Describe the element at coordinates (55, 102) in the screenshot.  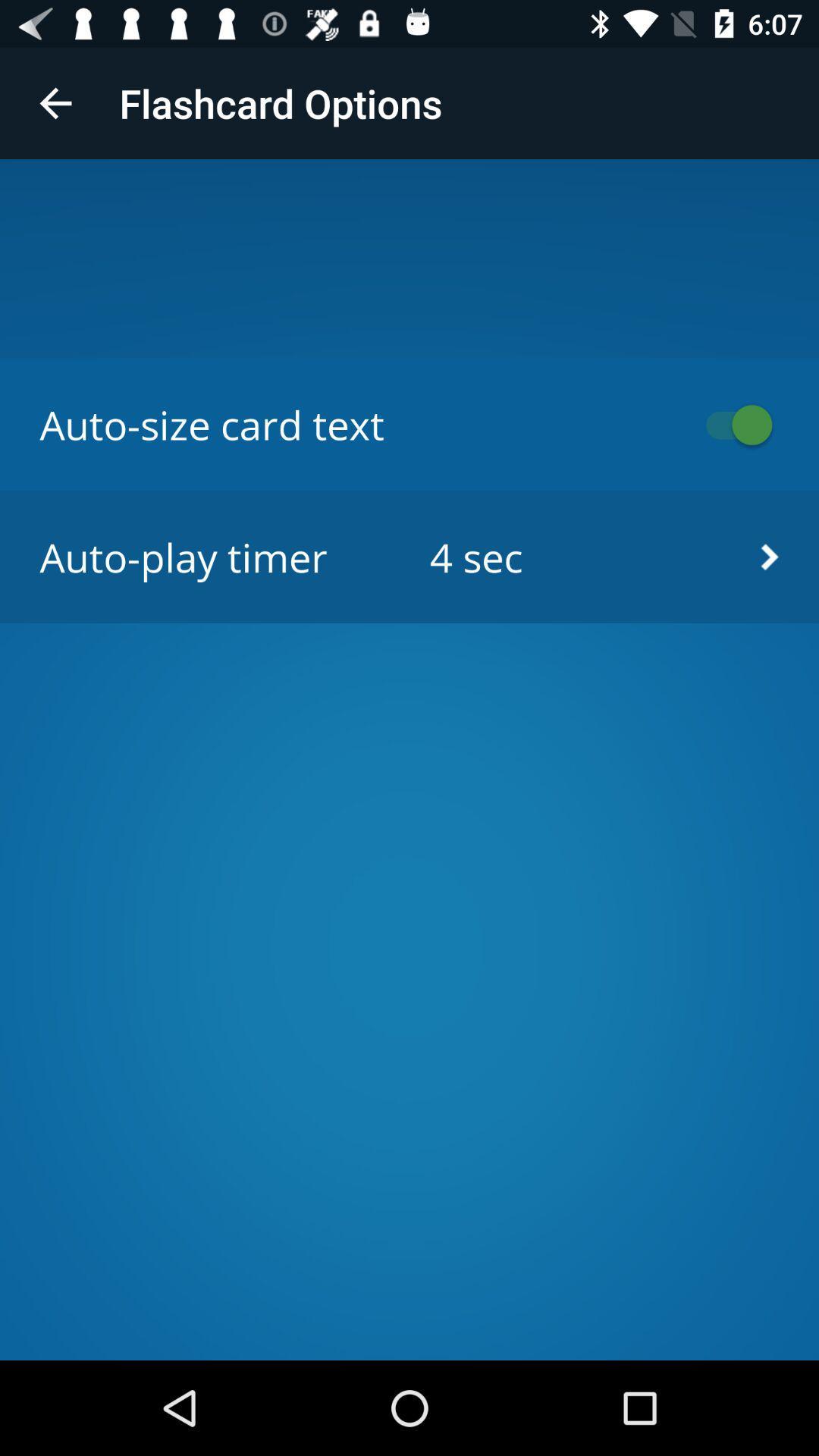
I see `icon to the left of the flashcard options` at that location.